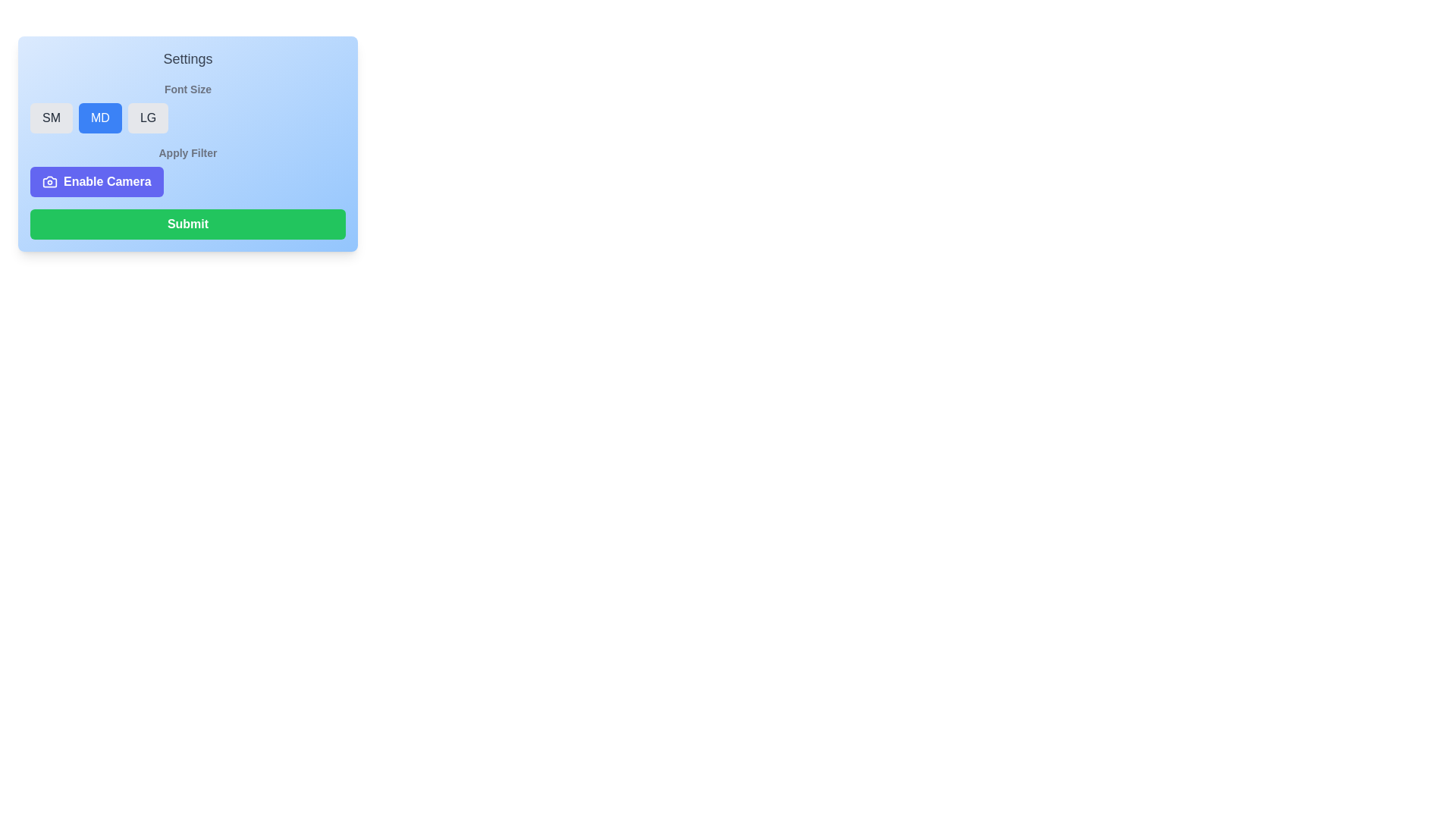 The image size is (1456, 819). What do you see at coordinates (99, 117) in the screenshot?
I see `the 'Medium' font size button, which is the second button from the left in a row of three buttons labeled 'SM', 'MD', and 'LG', located beneath the 'Font Size' label` at bounding box center [99, 117].